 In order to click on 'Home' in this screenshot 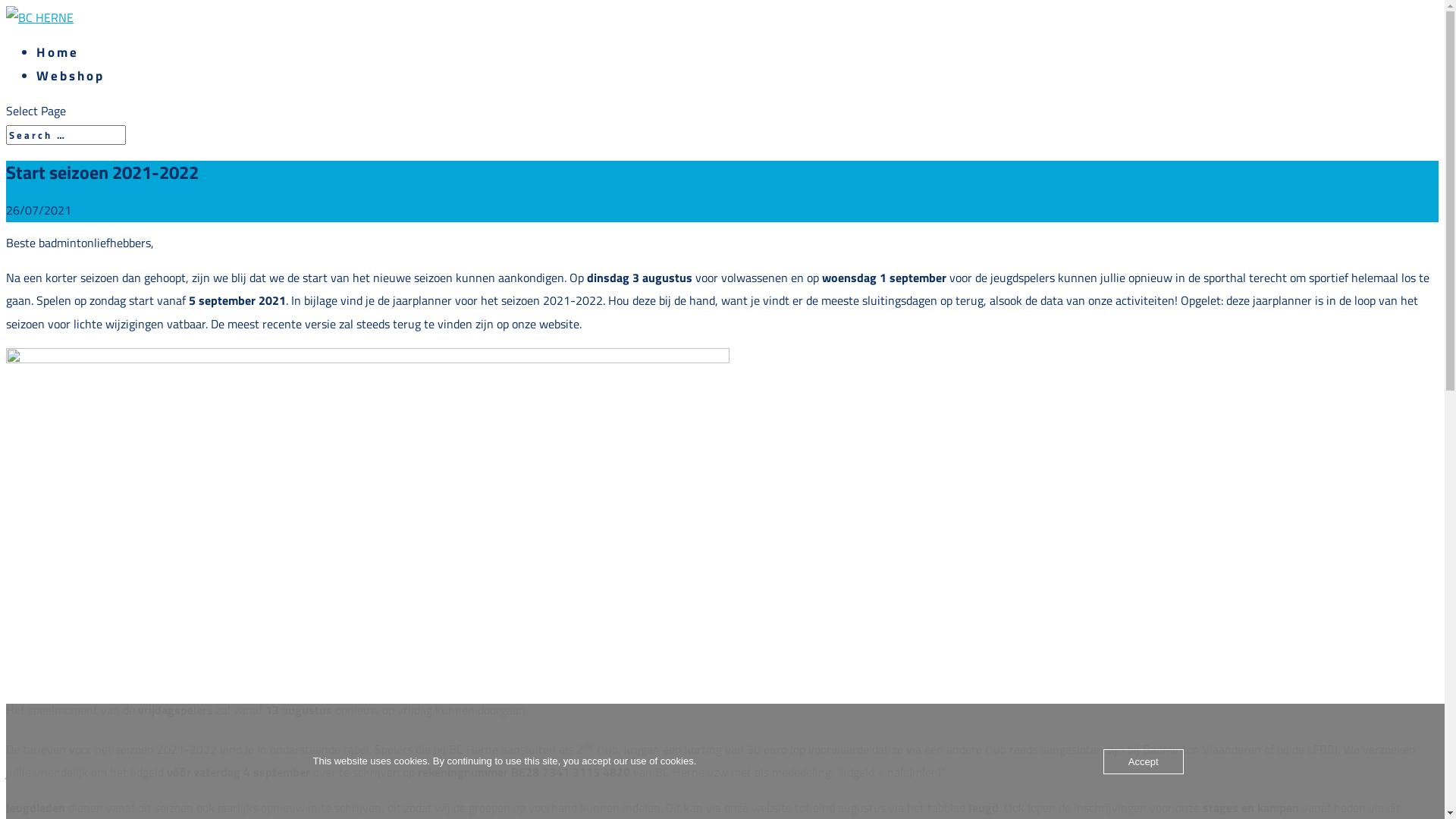, I will do `click(36, 52)`.